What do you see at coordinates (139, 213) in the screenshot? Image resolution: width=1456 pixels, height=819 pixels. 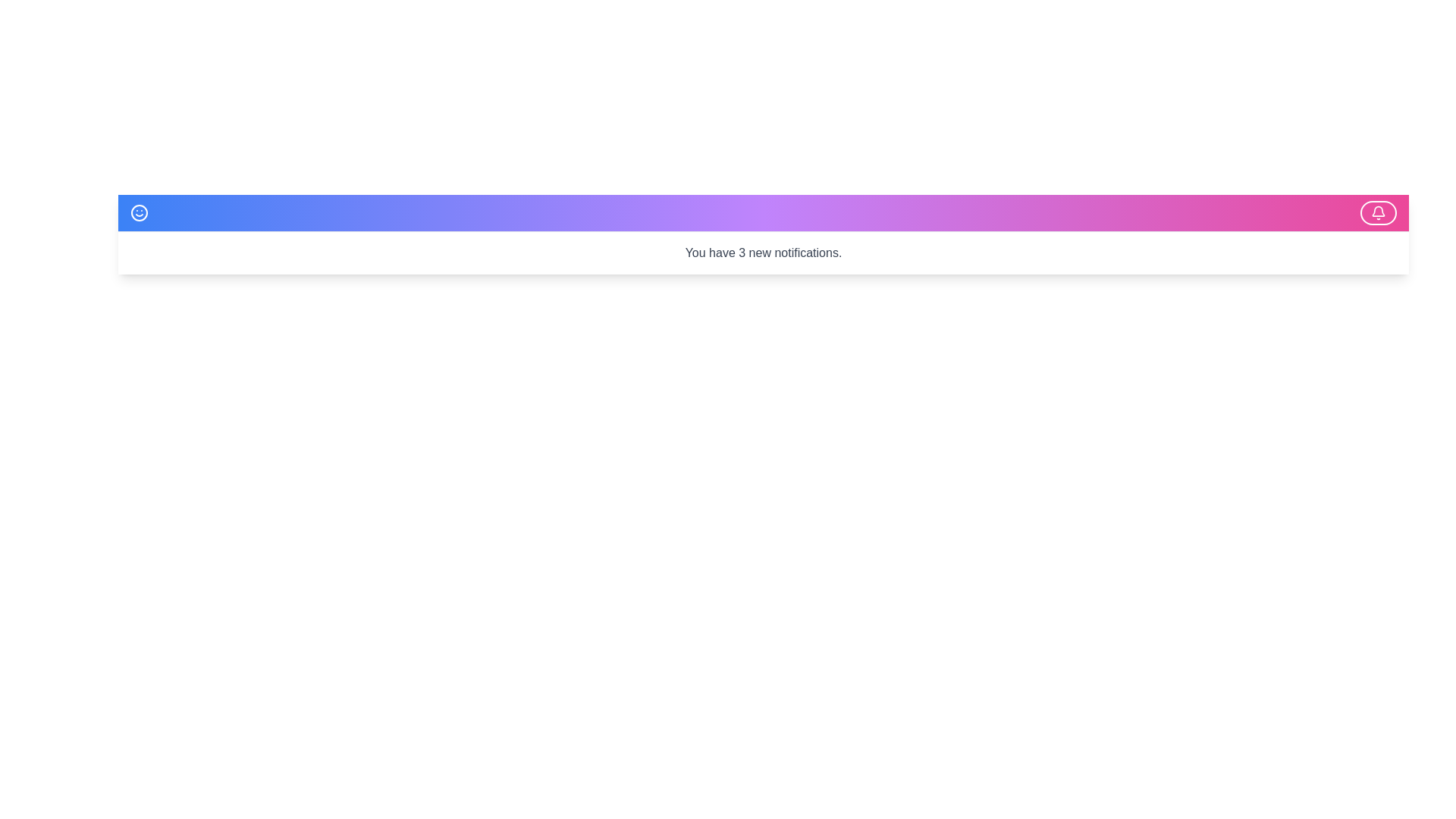 I see `the circular outline of the smiling face icon located in the top-left corner of the interface` at bounding box center [139, 213].